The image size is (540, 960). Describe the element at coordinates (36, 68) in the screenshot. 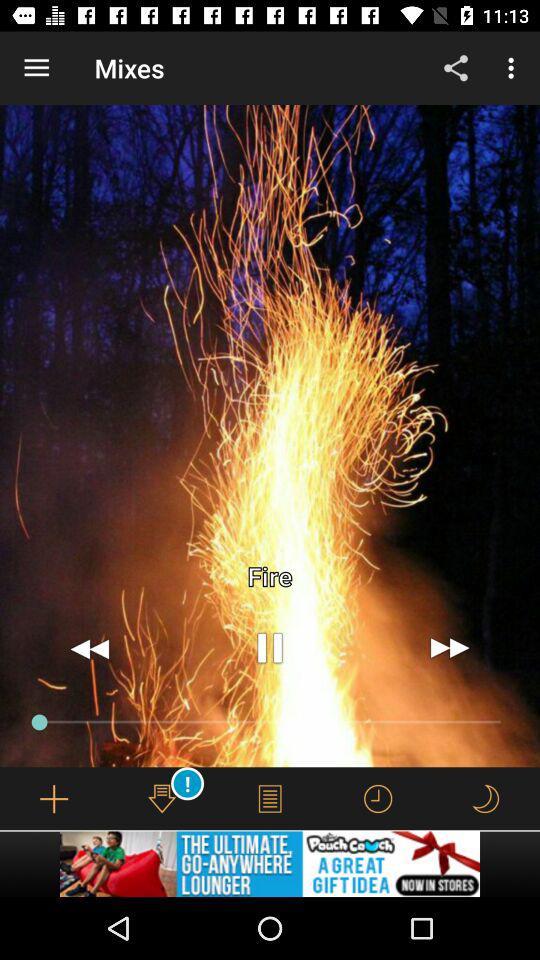

I see `item next to the mixes item` at that location.